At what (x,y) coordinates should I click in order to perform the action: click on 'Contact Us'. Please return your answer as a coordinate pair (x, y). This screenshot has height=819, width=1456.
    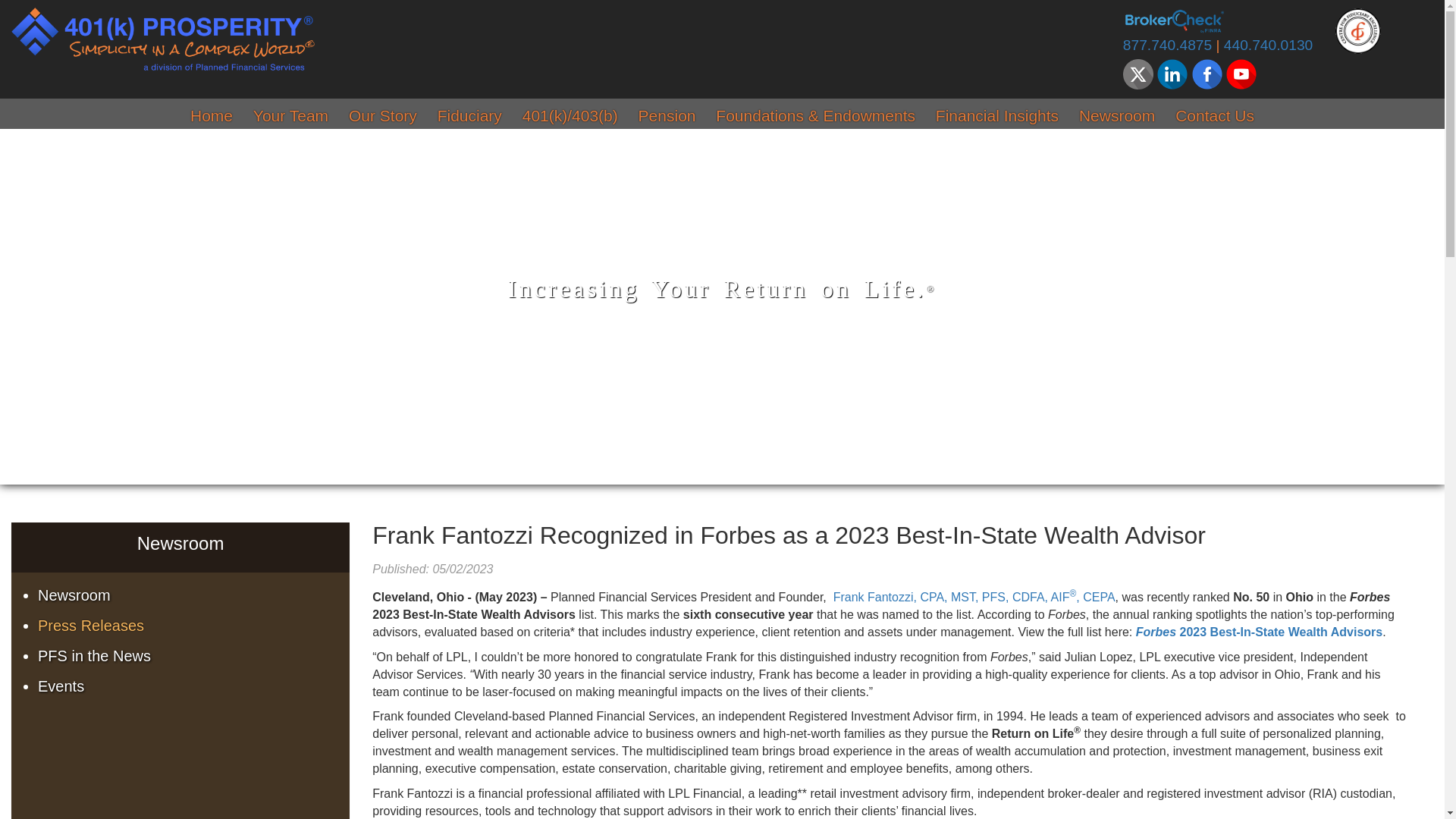
    Looking at the image, I should click on (1215, 117).